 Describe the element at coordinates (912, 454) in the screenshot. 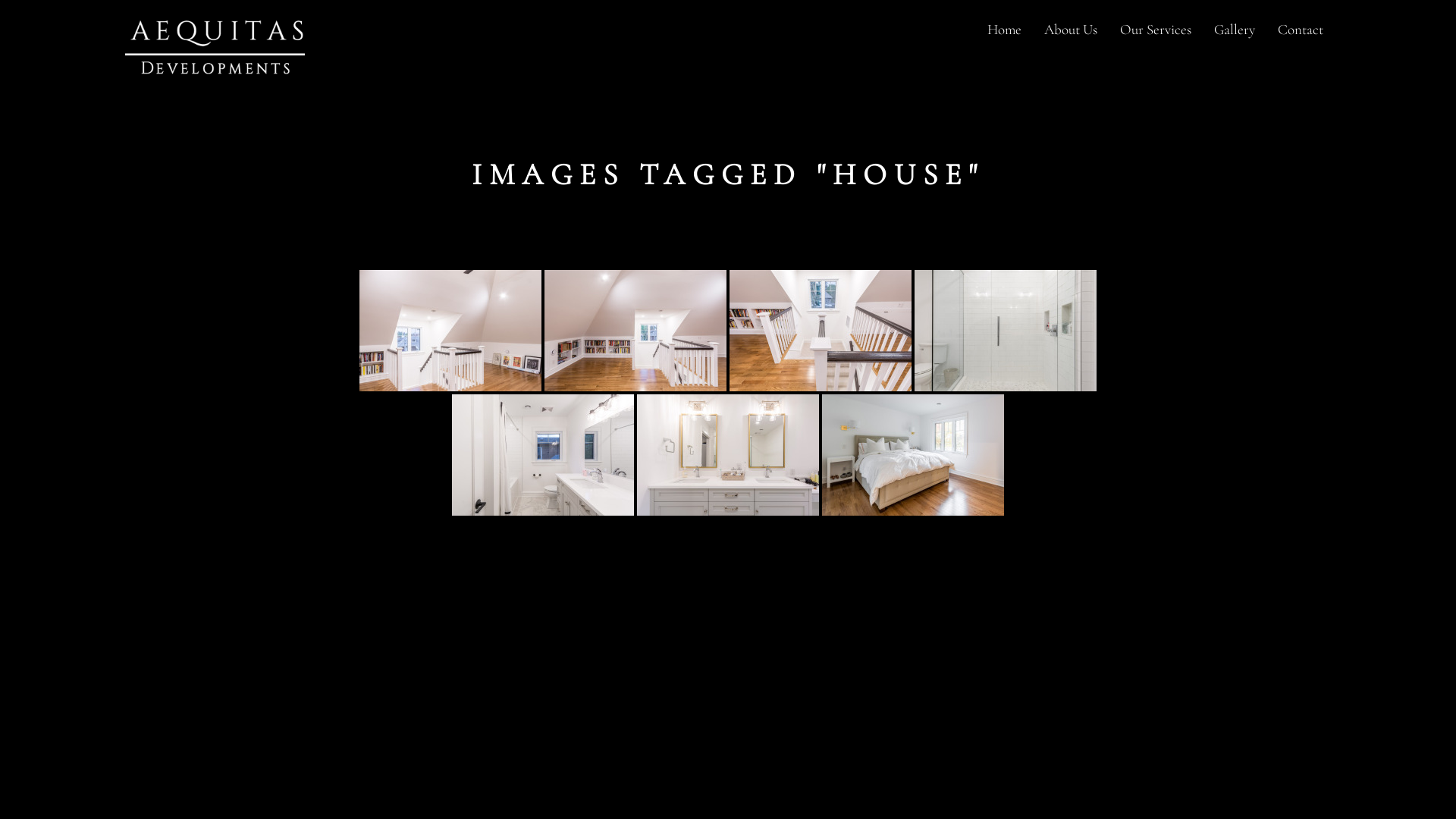

I see `'Glebe'` at that location.